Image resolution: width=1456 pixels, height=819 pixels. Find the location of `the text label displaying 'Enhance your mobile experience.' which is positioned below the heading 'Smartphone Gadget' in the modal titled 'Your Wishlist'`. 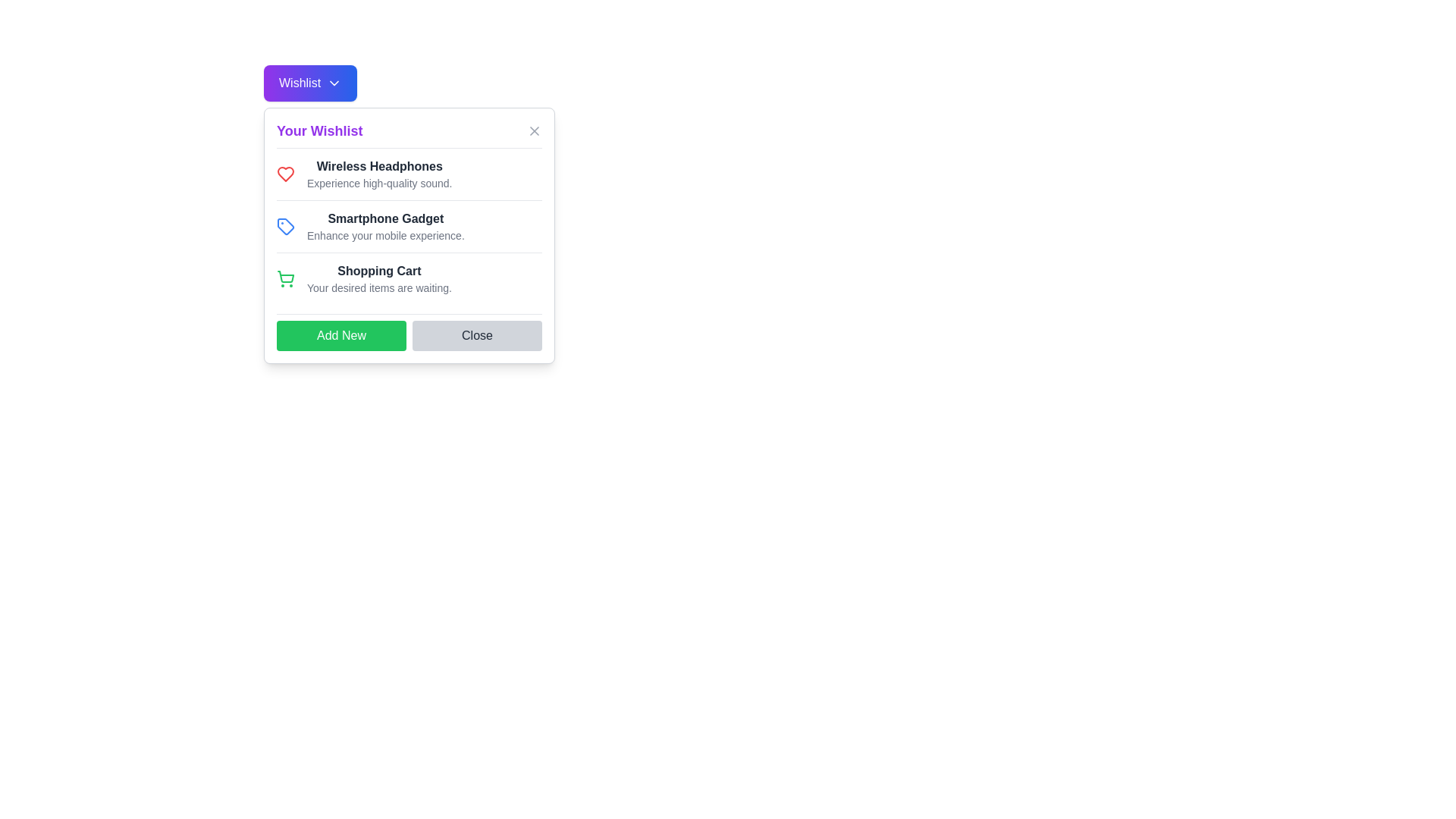

the text label displaying 'Enhance your mobile experience.' which is positioned below the heading 'Smartphone Gadget' in the modal titled 'Your Wishlist' is located at coordinates (385, 236).